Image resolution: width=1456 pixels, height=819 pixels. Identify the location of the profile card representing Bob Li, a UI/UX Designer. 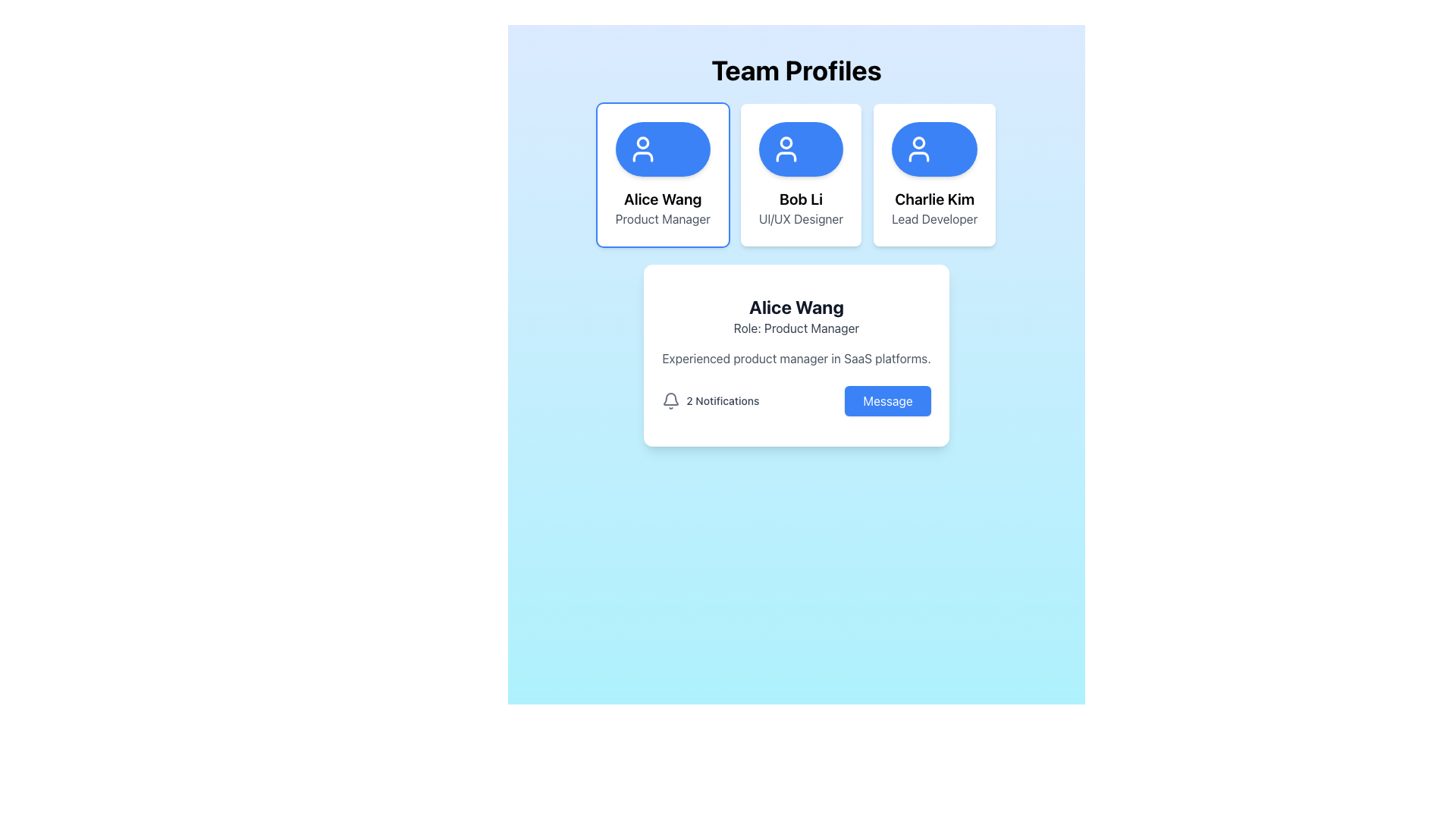
(800, 174).